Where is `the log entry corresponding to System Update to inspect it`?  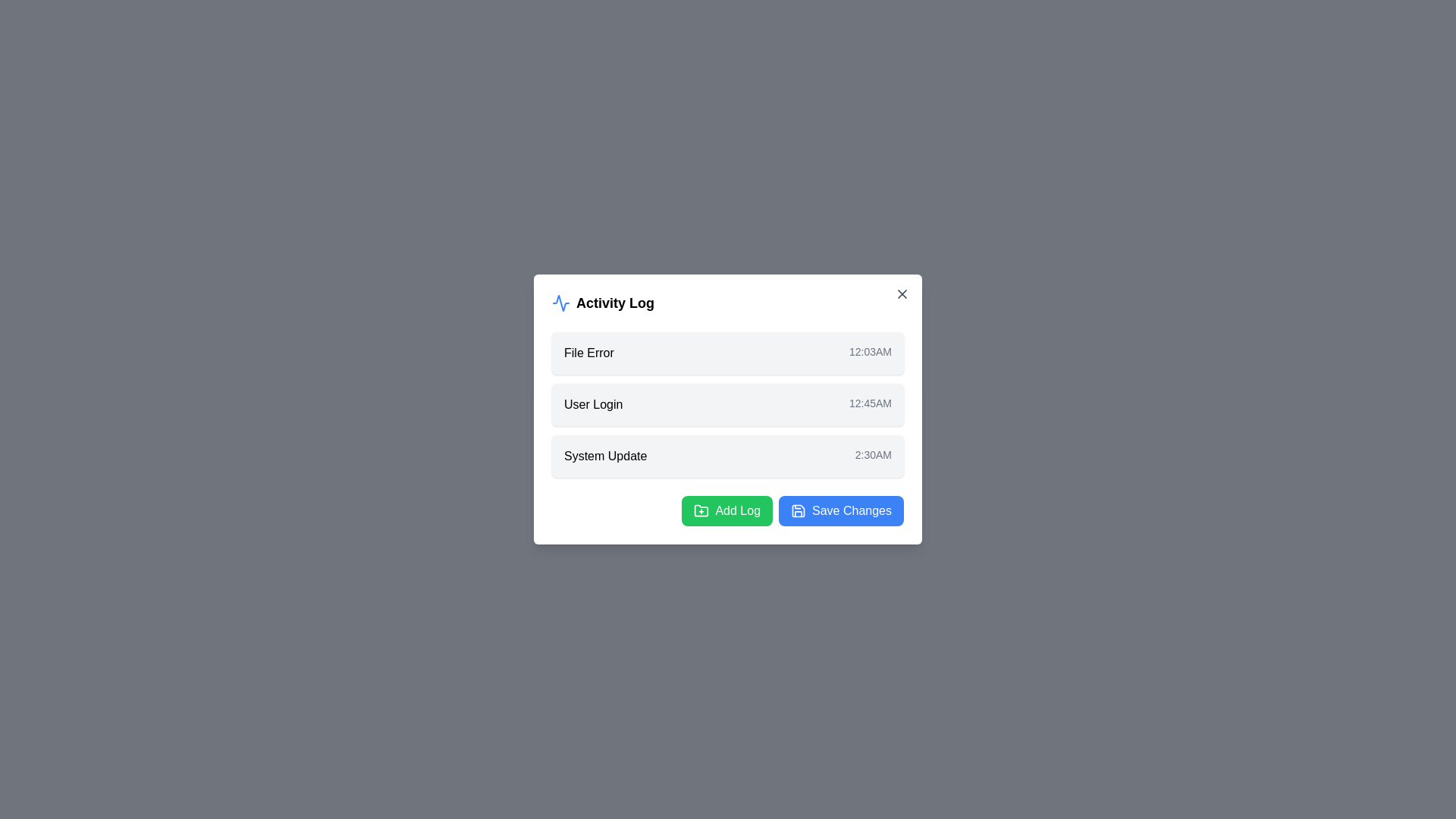 the log entry corresponding to System Update to inspect it is located at coordinates (728, 455).